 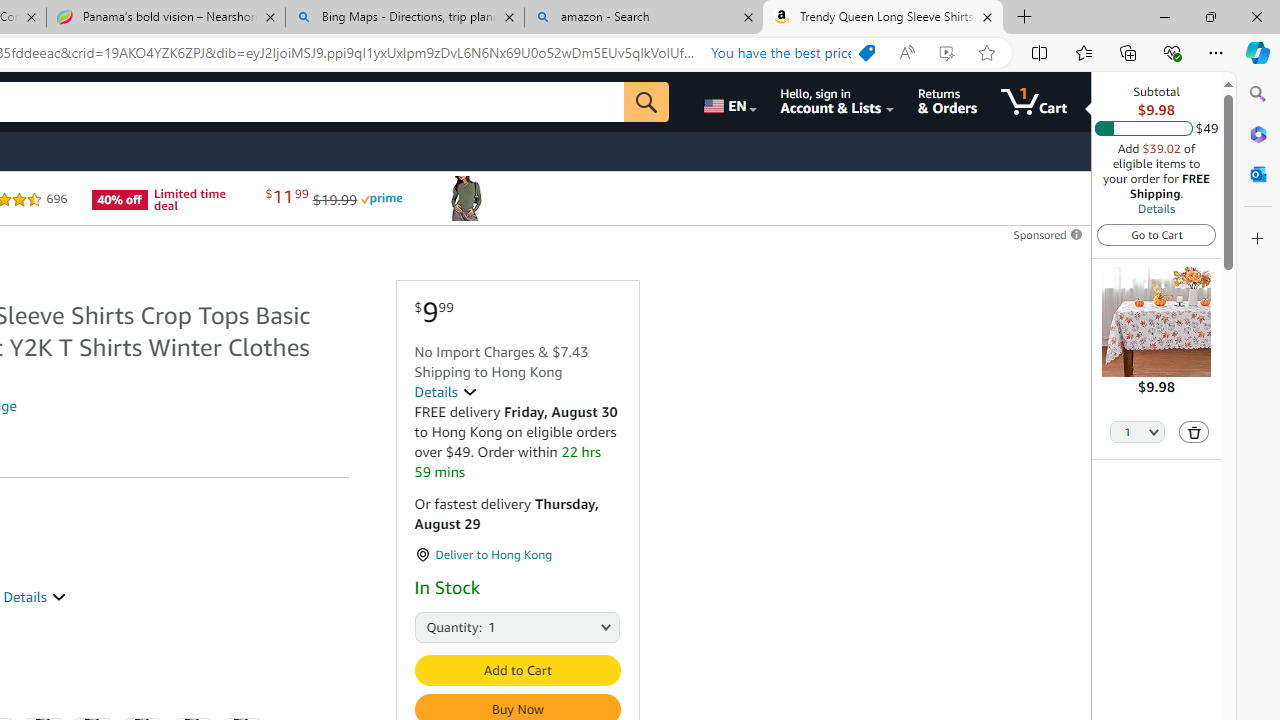 What do you see at coordinates (647, 101) in the screenshot?
I see `'Go'` at bounding box center [647, 101].